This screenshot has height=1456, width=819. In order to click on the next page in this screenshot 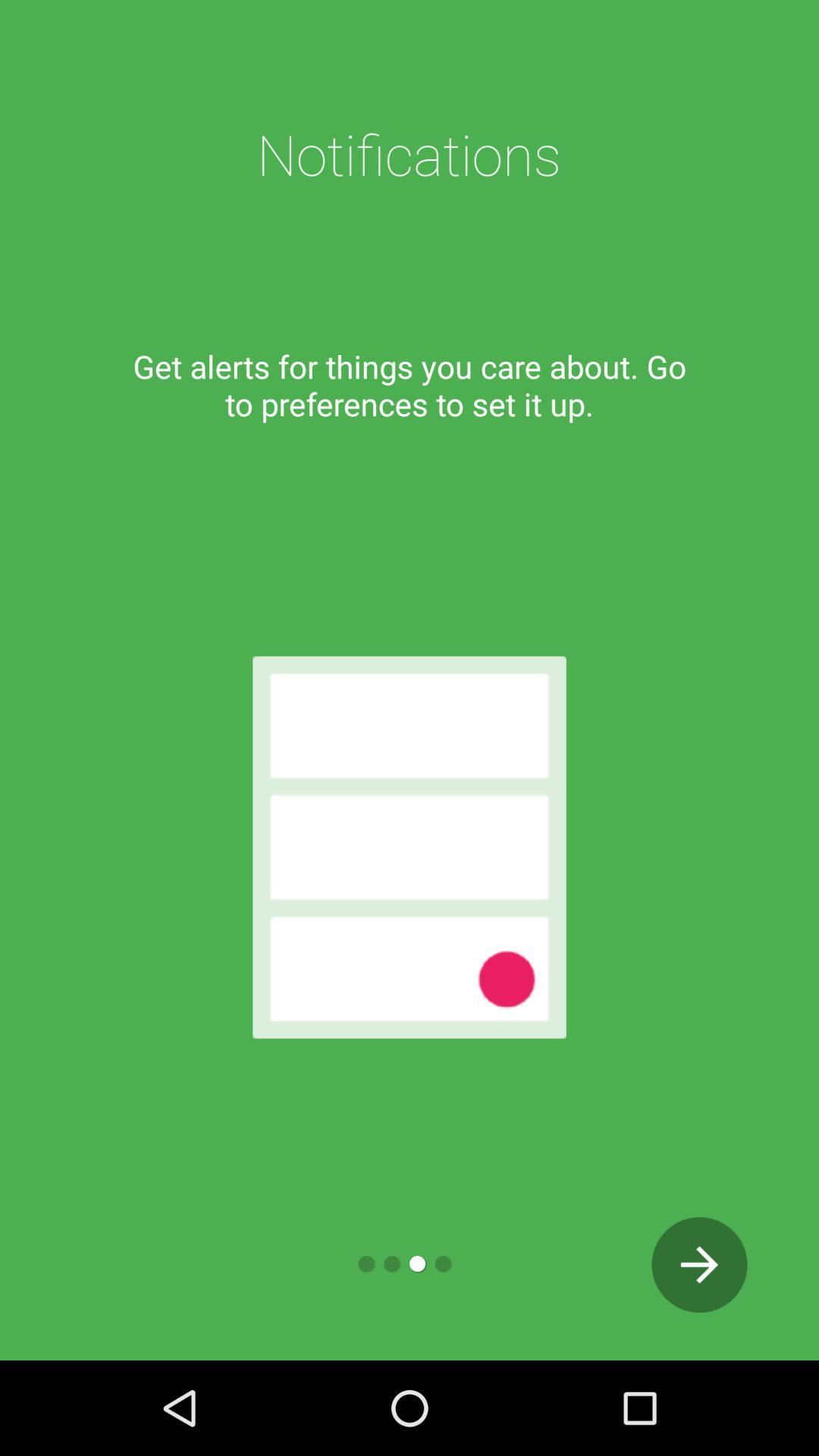, I will do `click(699, 1264)`.